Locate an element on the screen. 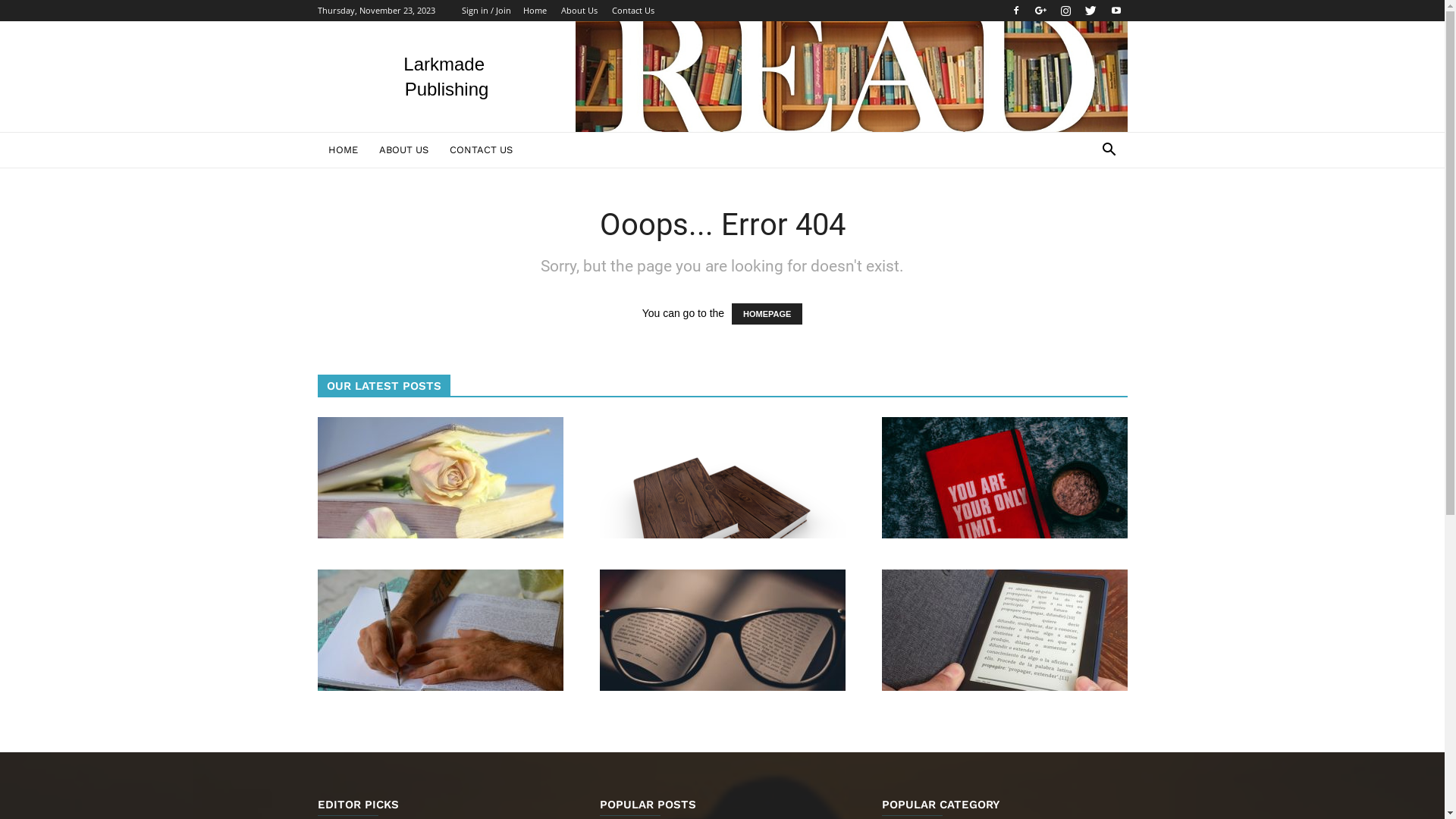 The image size is (1456, 819). 'Search' is located at coordinates (1084, 210).